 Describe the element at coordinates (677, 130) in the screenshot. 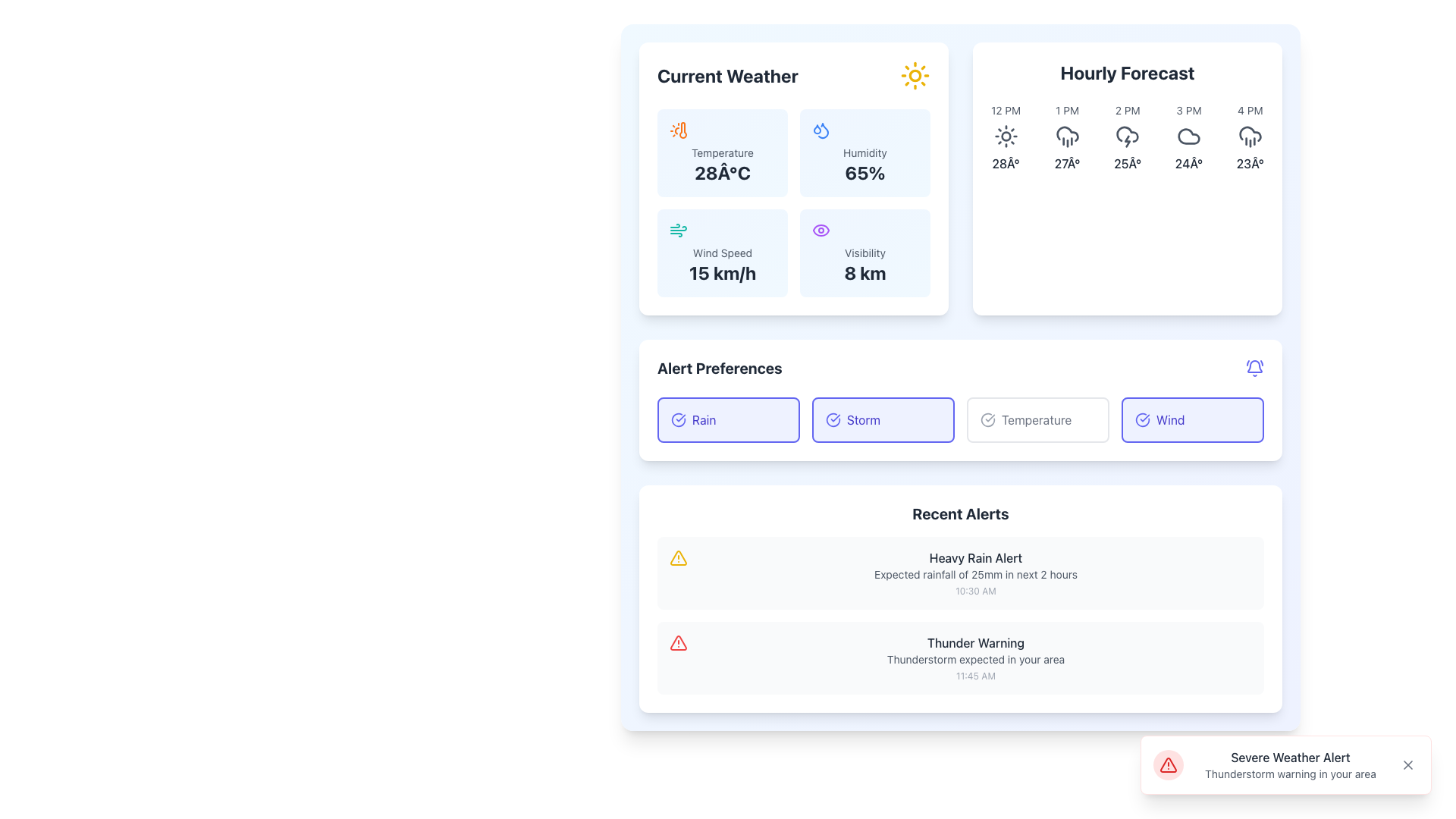

I see `the small bright orange thermometer icon with sun rays, located in the 'Current Weather' section, above the text 'Temperature' and left of '28°C'` at that location.